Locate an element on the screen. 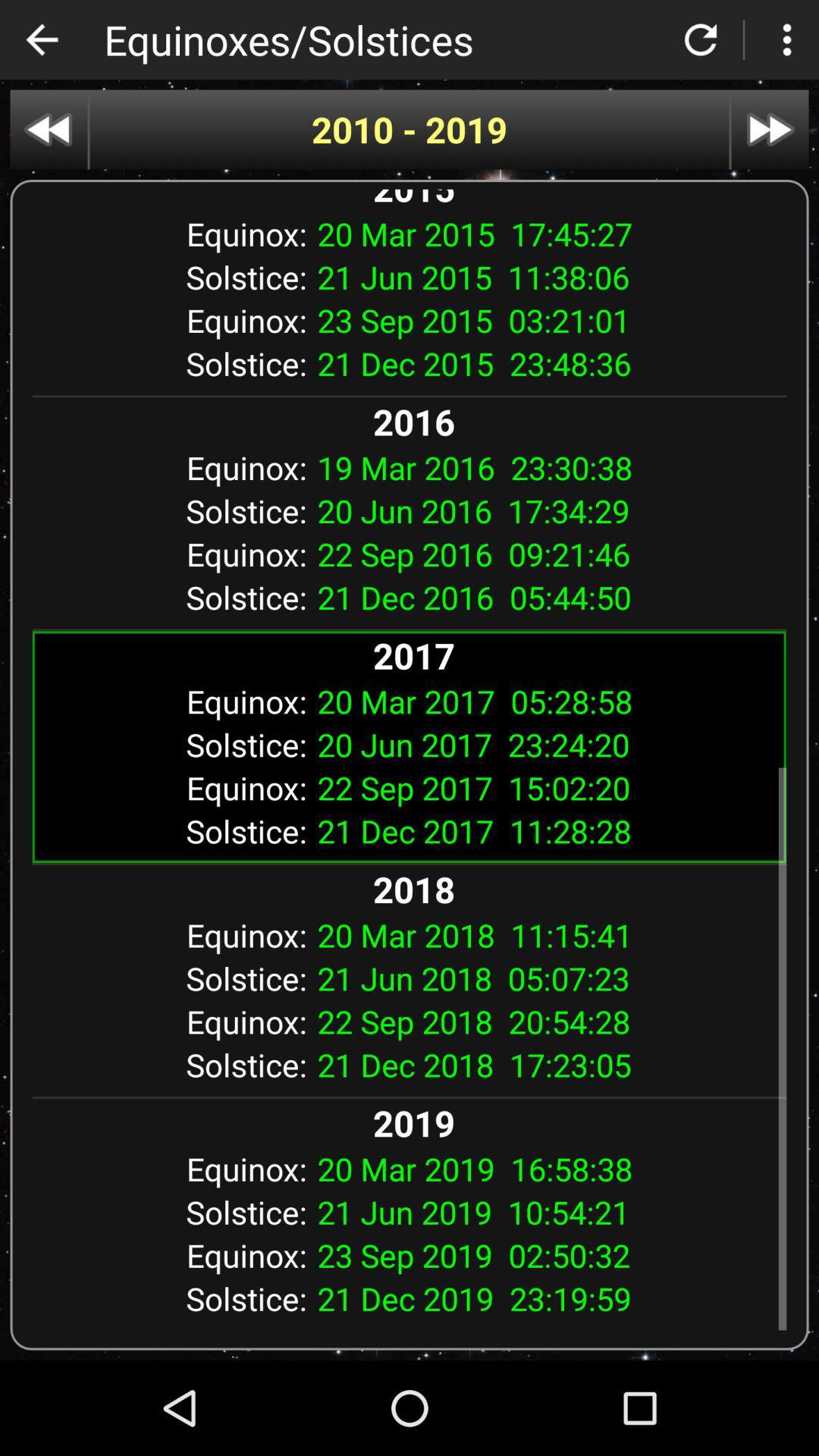  the app next to equinoxes/solstices app is located at coordinates (41, 39).